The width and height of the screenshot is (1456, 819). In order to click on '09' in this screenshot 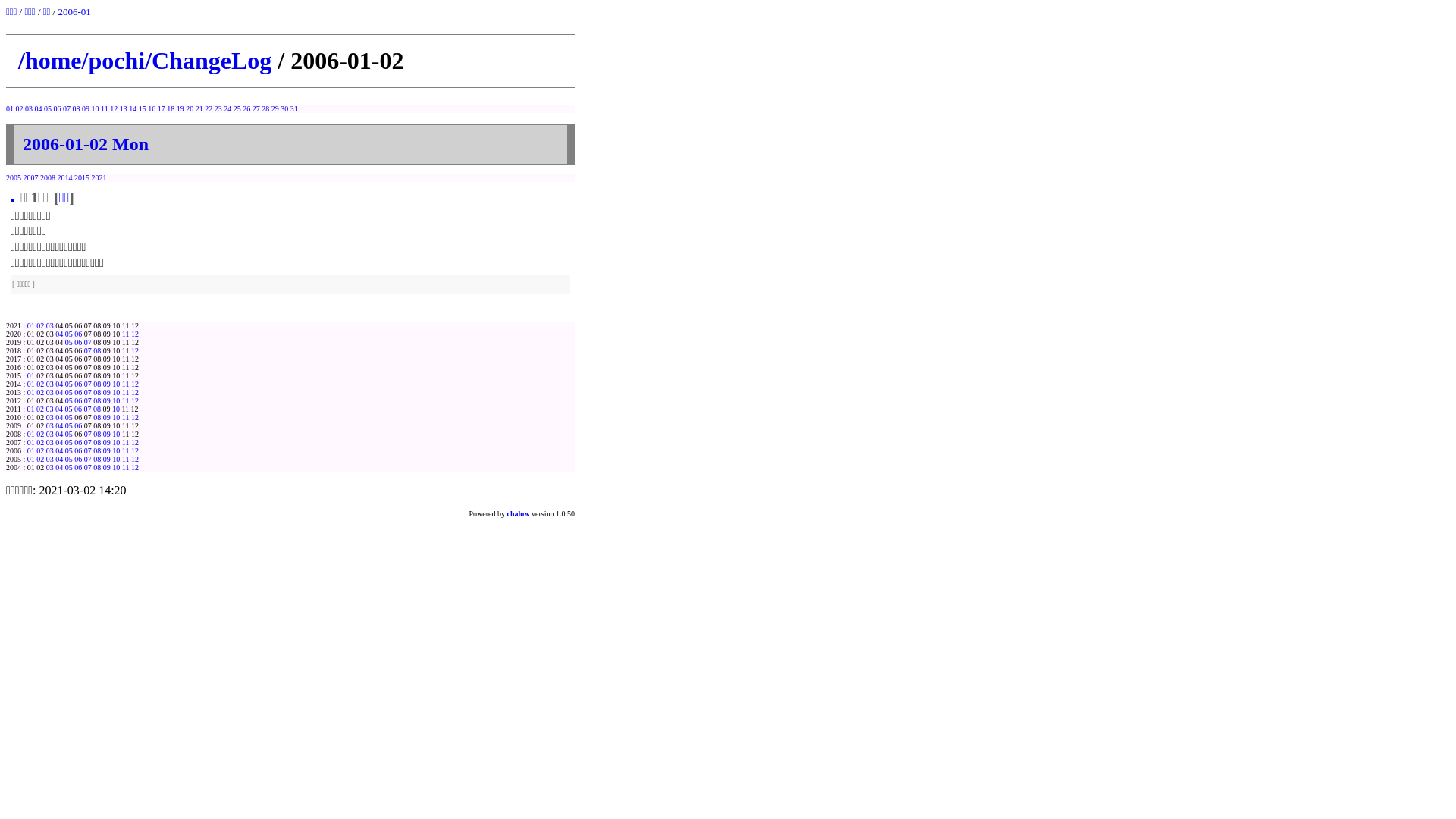, I will do `click(105, 391)`.